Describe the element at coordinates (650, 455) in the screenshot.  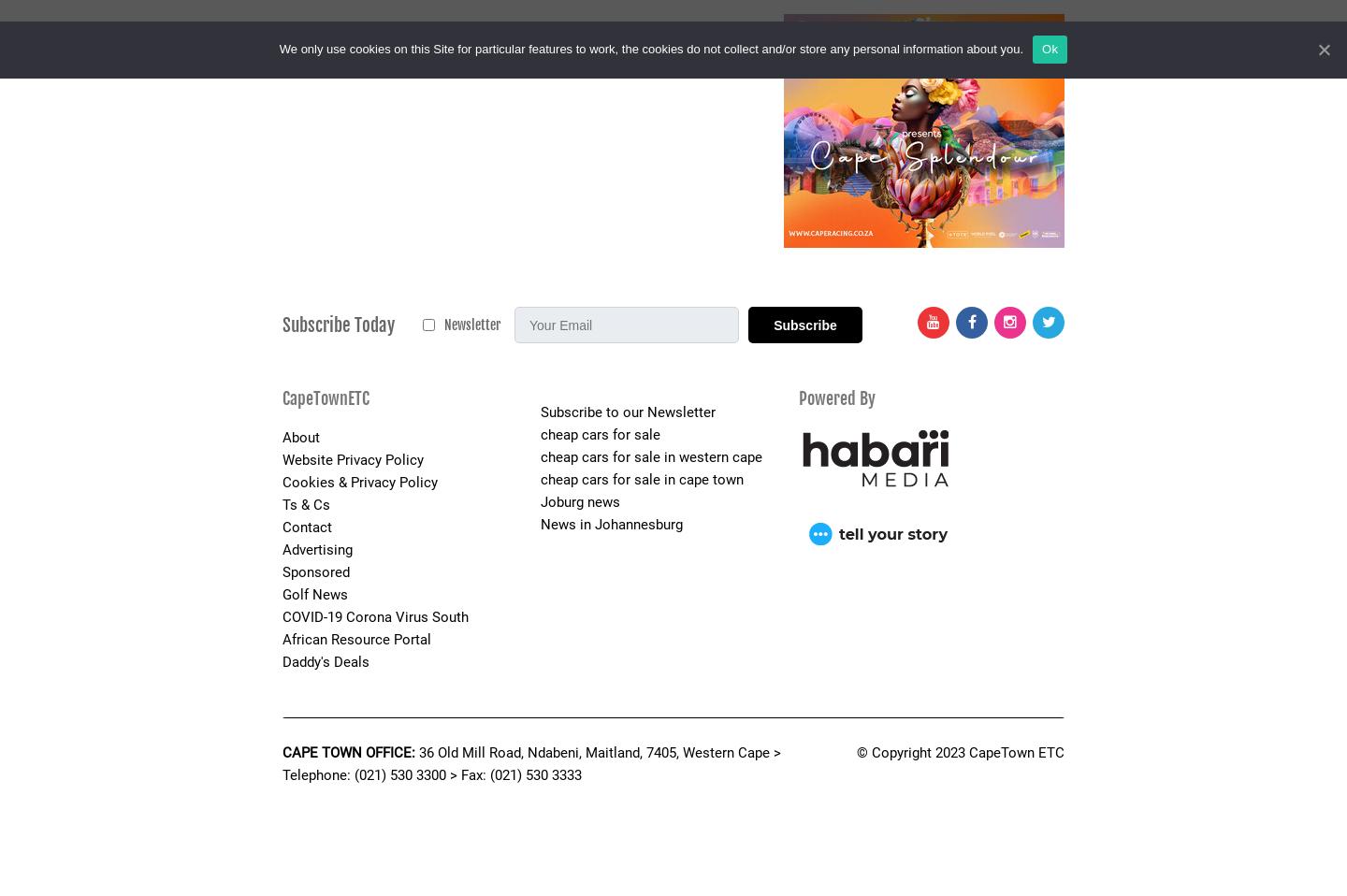
I see `'cheap cars for sale in western cape'` at that location.